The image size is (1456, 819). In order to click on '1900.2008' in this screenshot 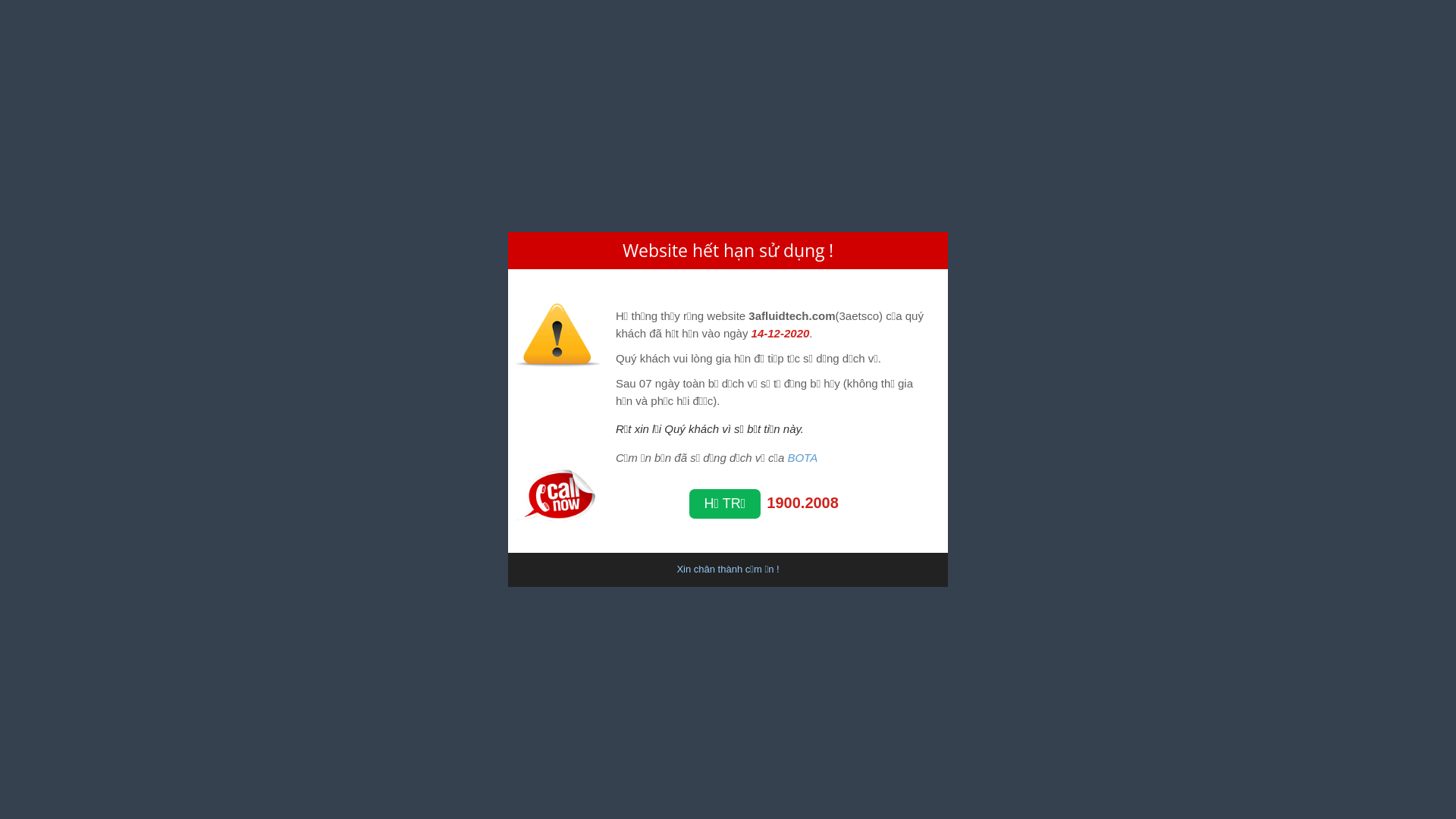, I will do `click(802, 503)`.